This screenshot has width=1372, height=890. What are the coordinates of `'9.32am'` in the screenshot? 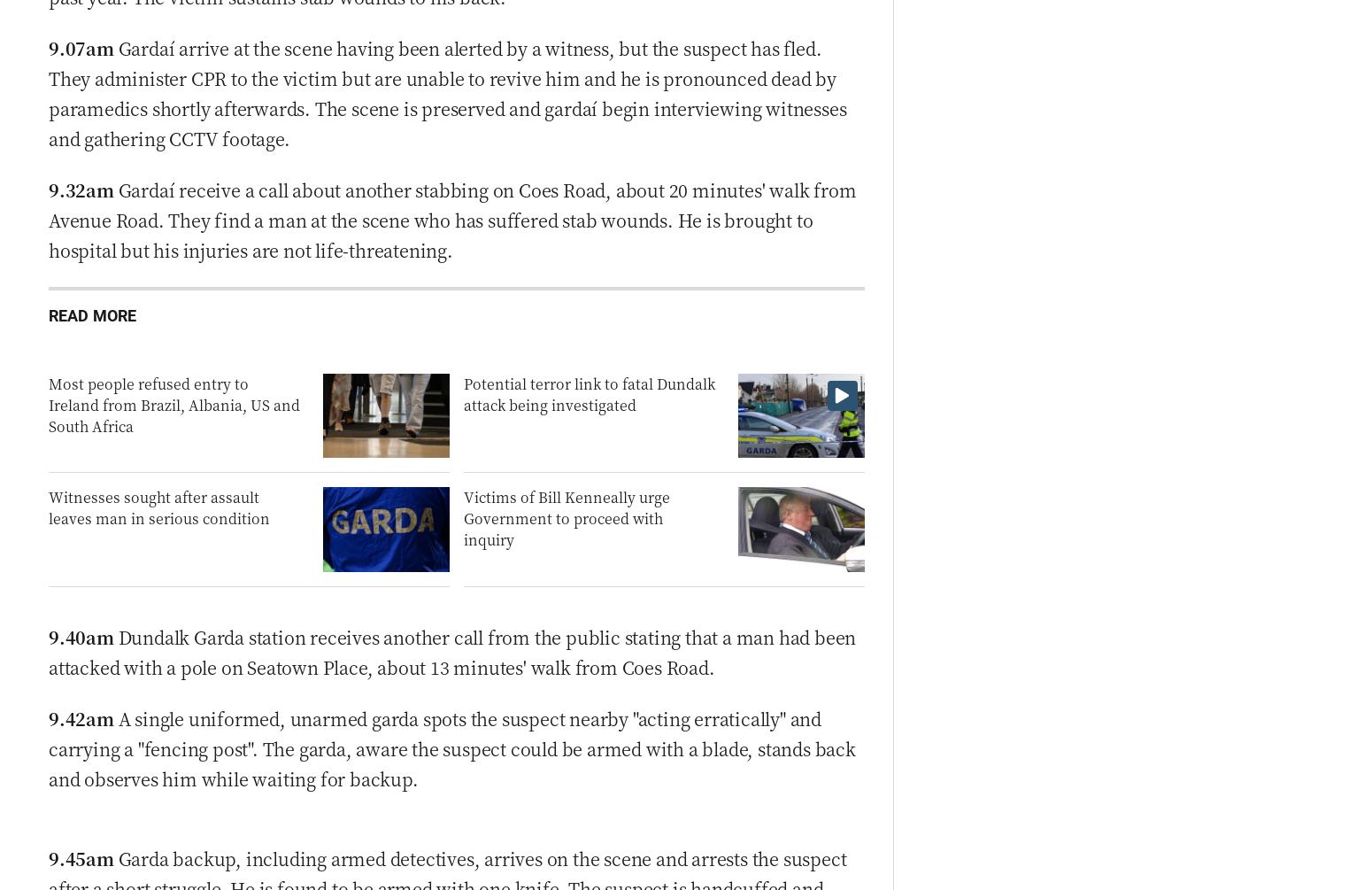 It's located at (81, 189).